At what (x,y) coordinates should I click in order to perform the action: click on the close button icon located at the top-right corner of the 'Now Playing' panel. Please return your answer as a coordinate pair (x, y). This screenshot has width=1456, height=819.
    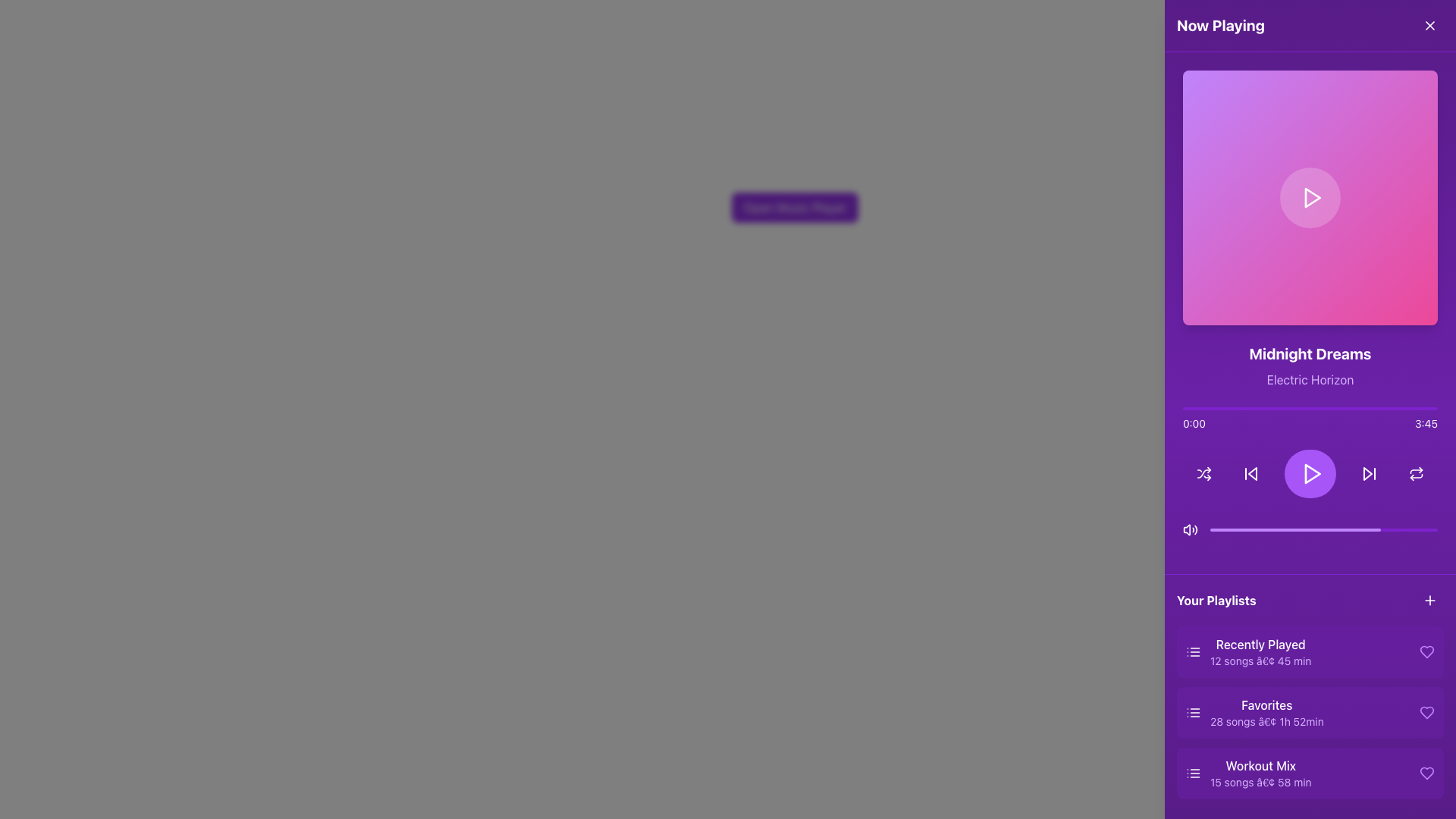
    Looking at the image, I should click on (1429, 26).